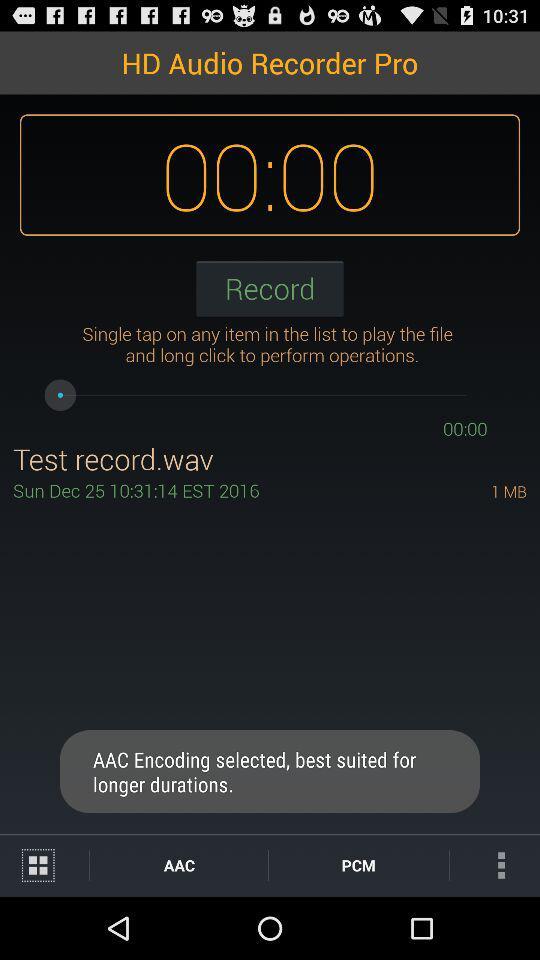 Image resolution: width=540 pixels, height=960 pixels. I want to click on expand menu, so click(44, 864).